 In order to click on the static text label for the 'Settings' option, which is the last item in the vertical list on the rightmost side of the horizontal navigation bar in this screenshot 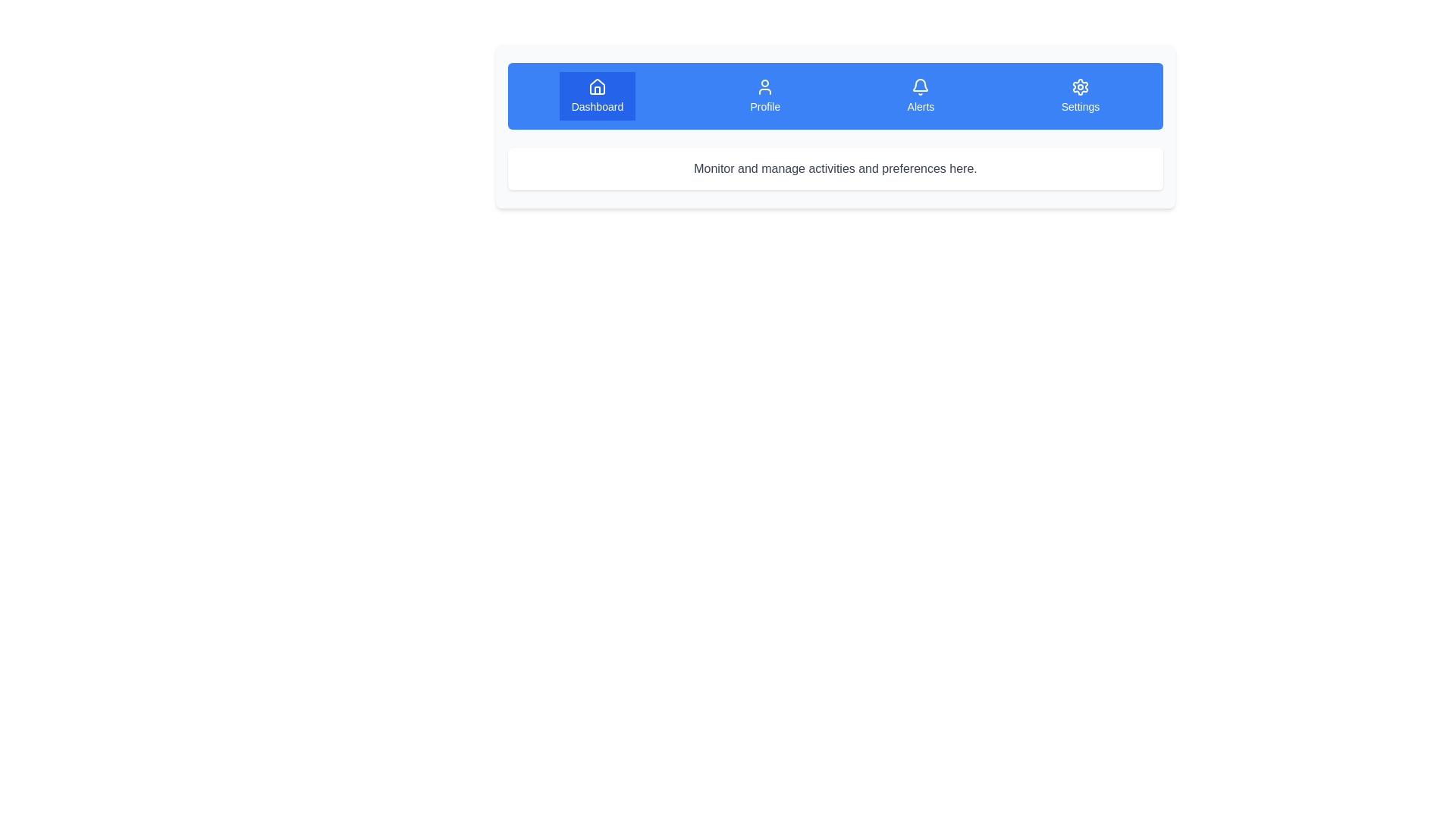, I will do `click(1080, 106)`.